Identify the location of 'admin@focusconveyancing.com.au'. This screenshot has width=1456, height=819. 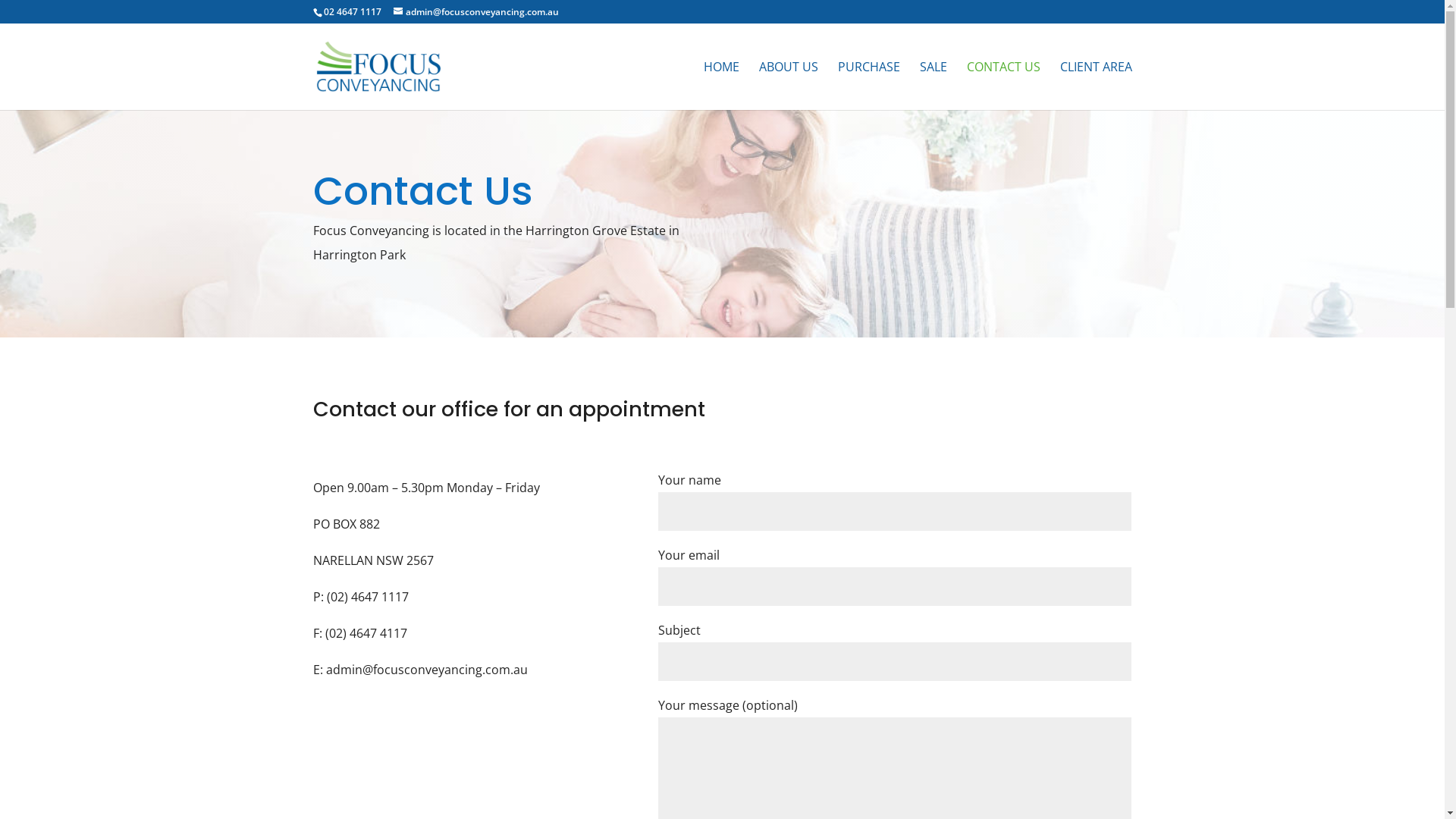
(475, 11).